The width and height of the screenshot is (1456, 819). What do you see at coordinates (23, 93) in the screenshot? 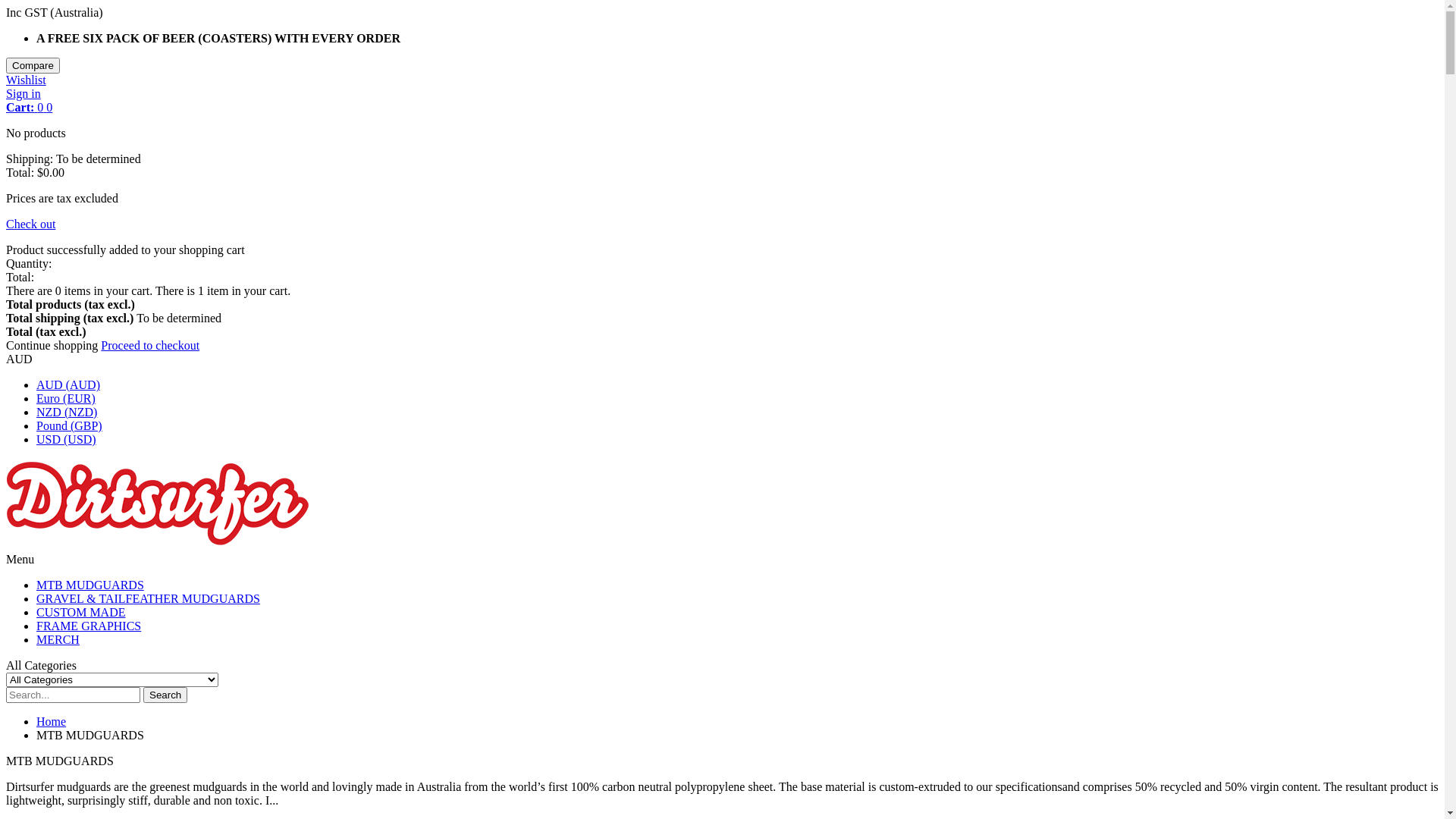
I see `'Sign in'` at bounding box center [23, 93].